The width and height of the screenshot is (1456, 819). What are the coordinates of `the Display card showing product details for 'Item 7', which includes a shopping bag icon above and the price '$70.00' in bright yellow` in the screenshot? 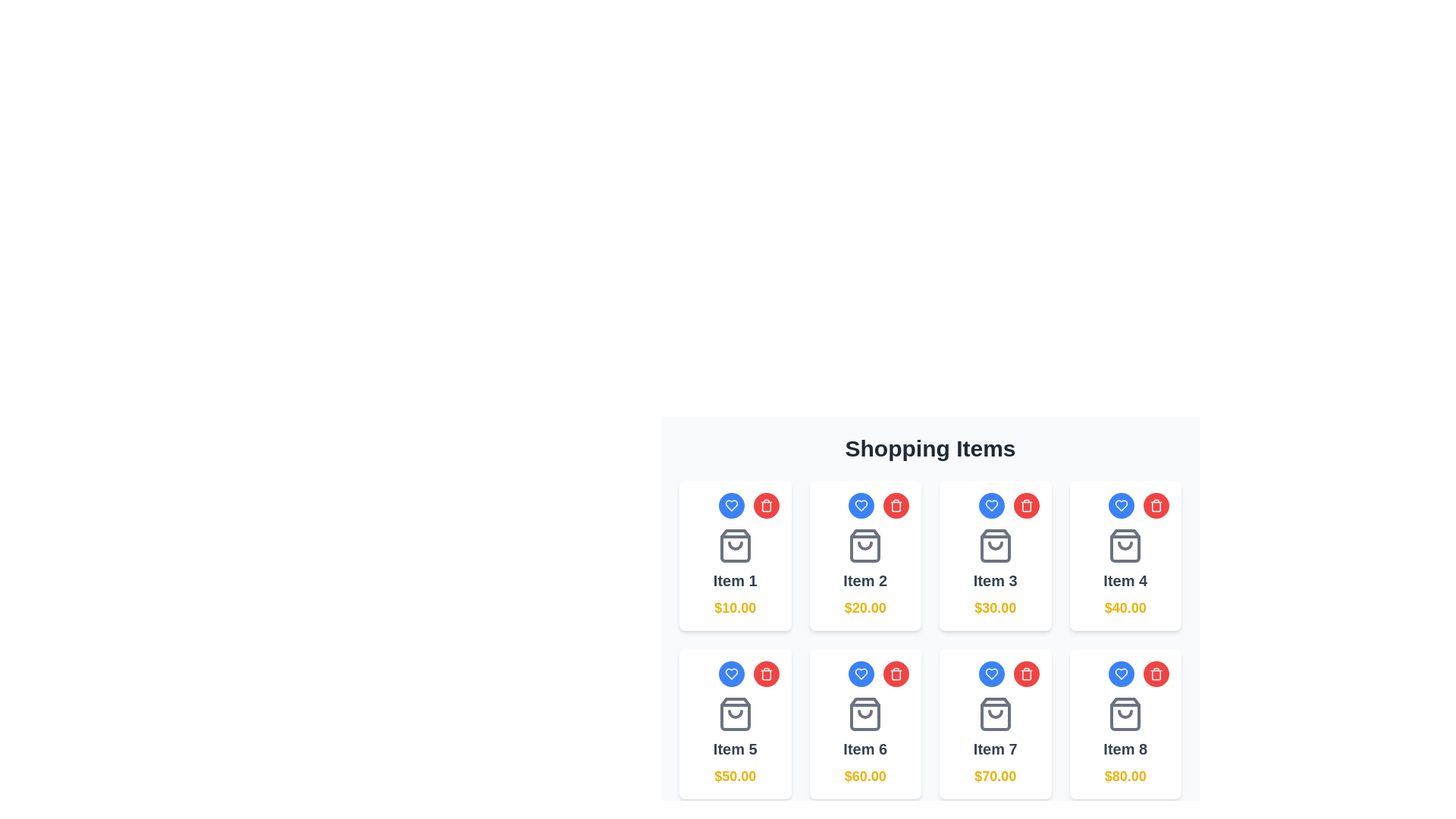 It's located at (995, 741).